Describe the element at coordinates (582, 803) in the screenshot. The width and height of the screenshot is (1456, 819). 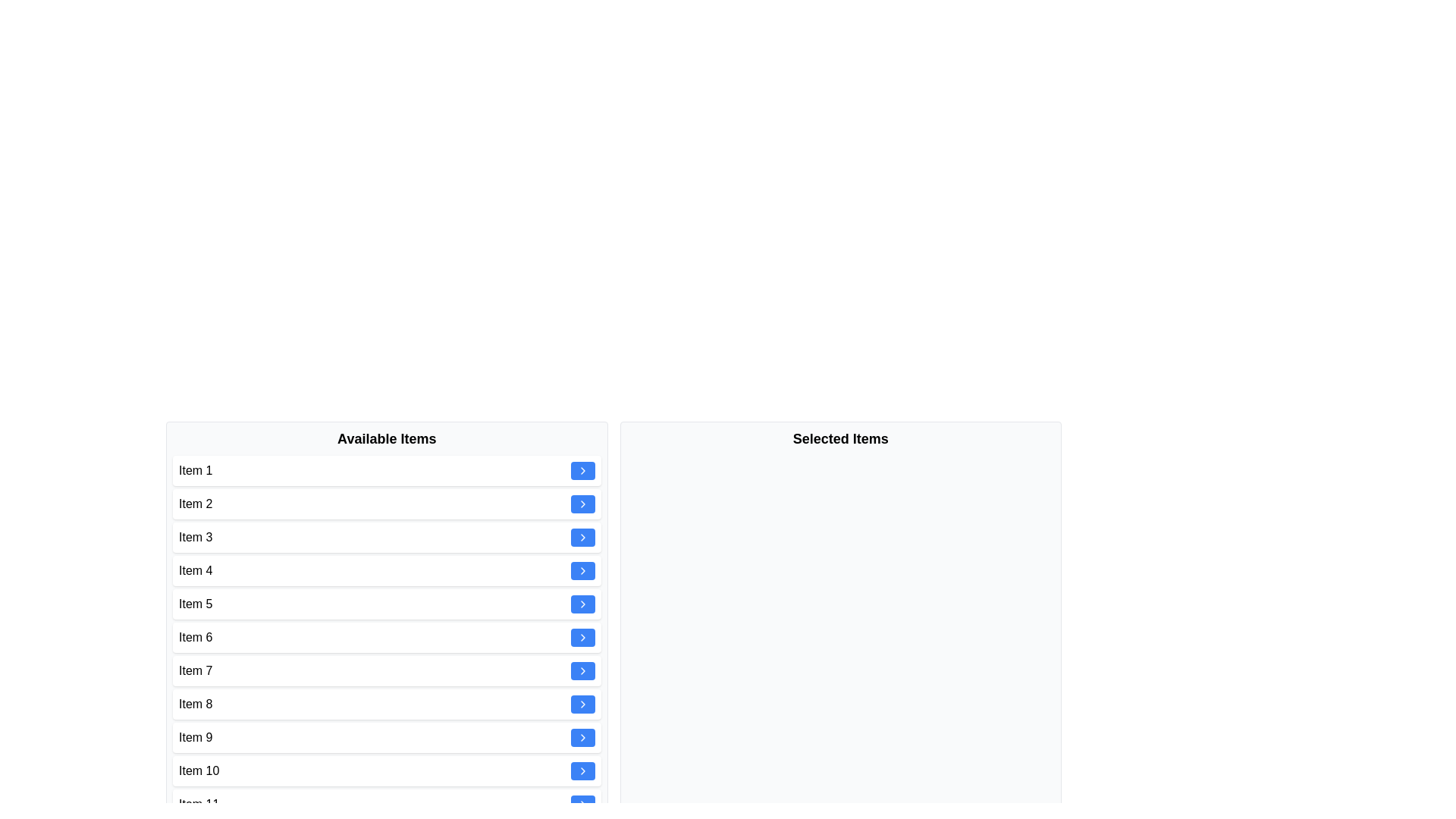
I see `the rightward-pointing chevron icon within the blue button at the bottom-right corner of the 'Available Items' list for potential visual feedback` at that location.